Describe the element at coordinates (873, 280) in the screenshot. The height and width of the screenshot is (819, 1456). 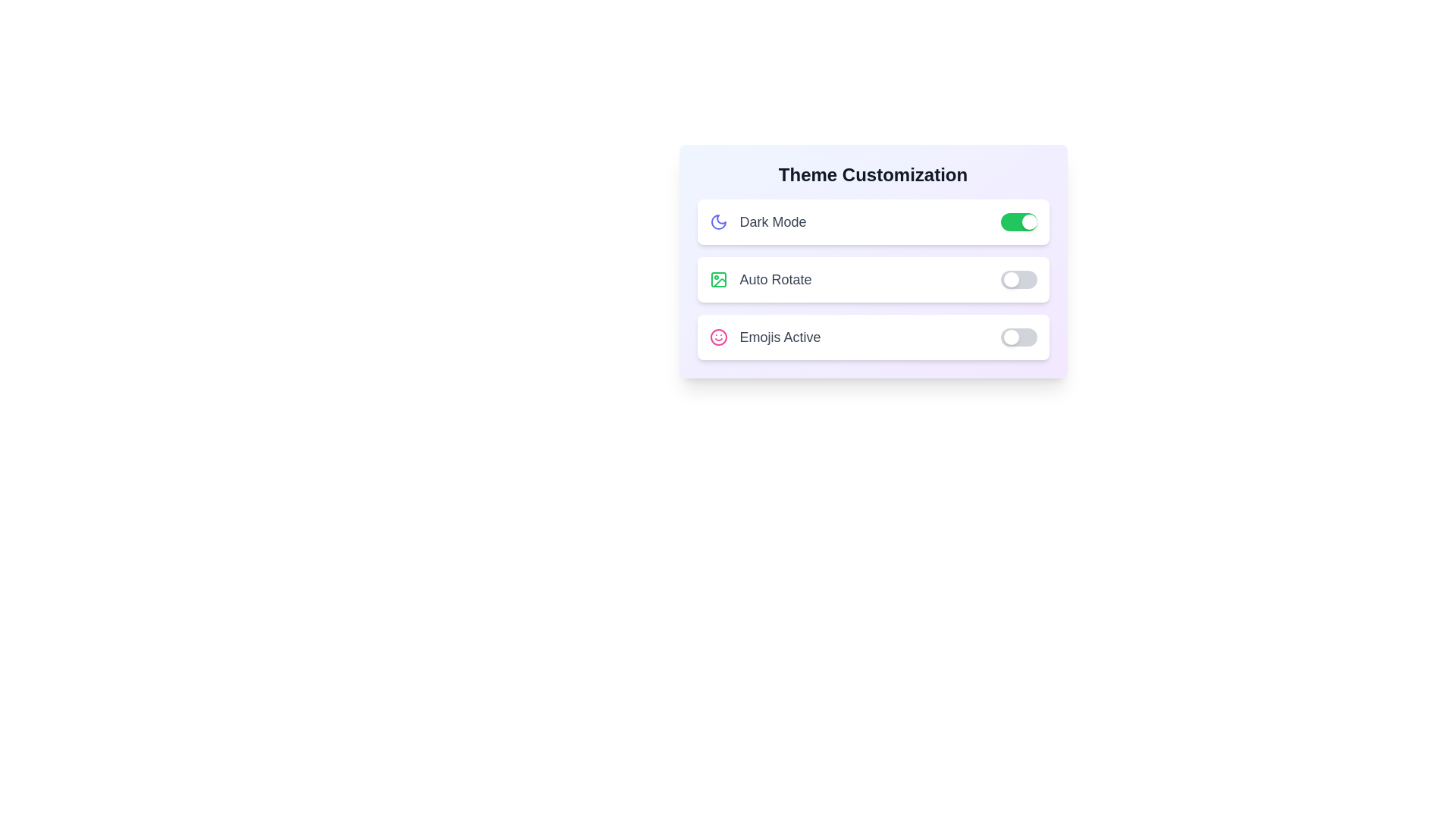
I see `the toggle switch for 'Auto Rotate' functionality located below 'Dark Mode' and above 'Emojis Active' to change its state` at that location.